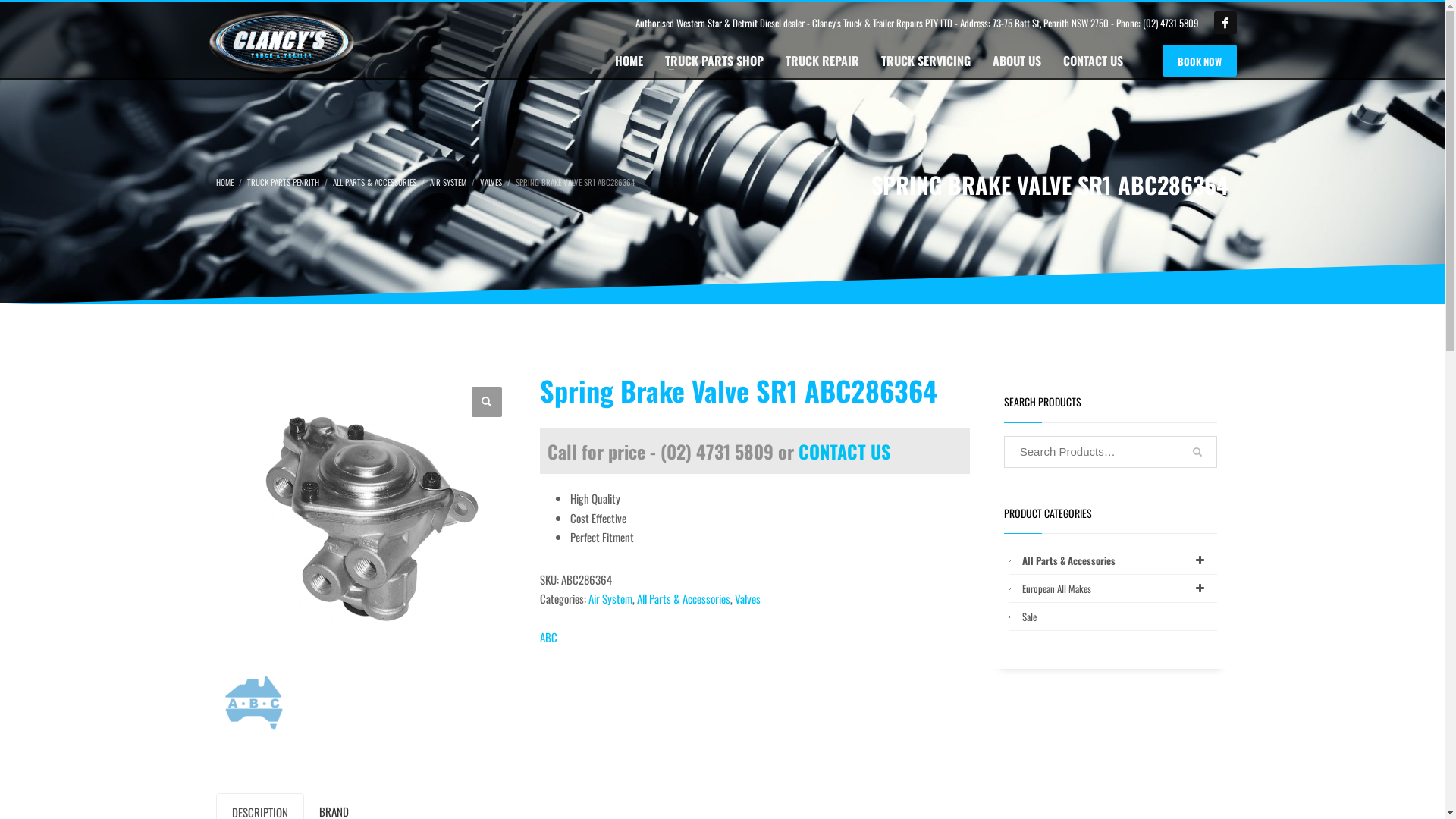  Describe the element at coordinates (610, 598) in the screenshot. I see `'Air System'` at that location.